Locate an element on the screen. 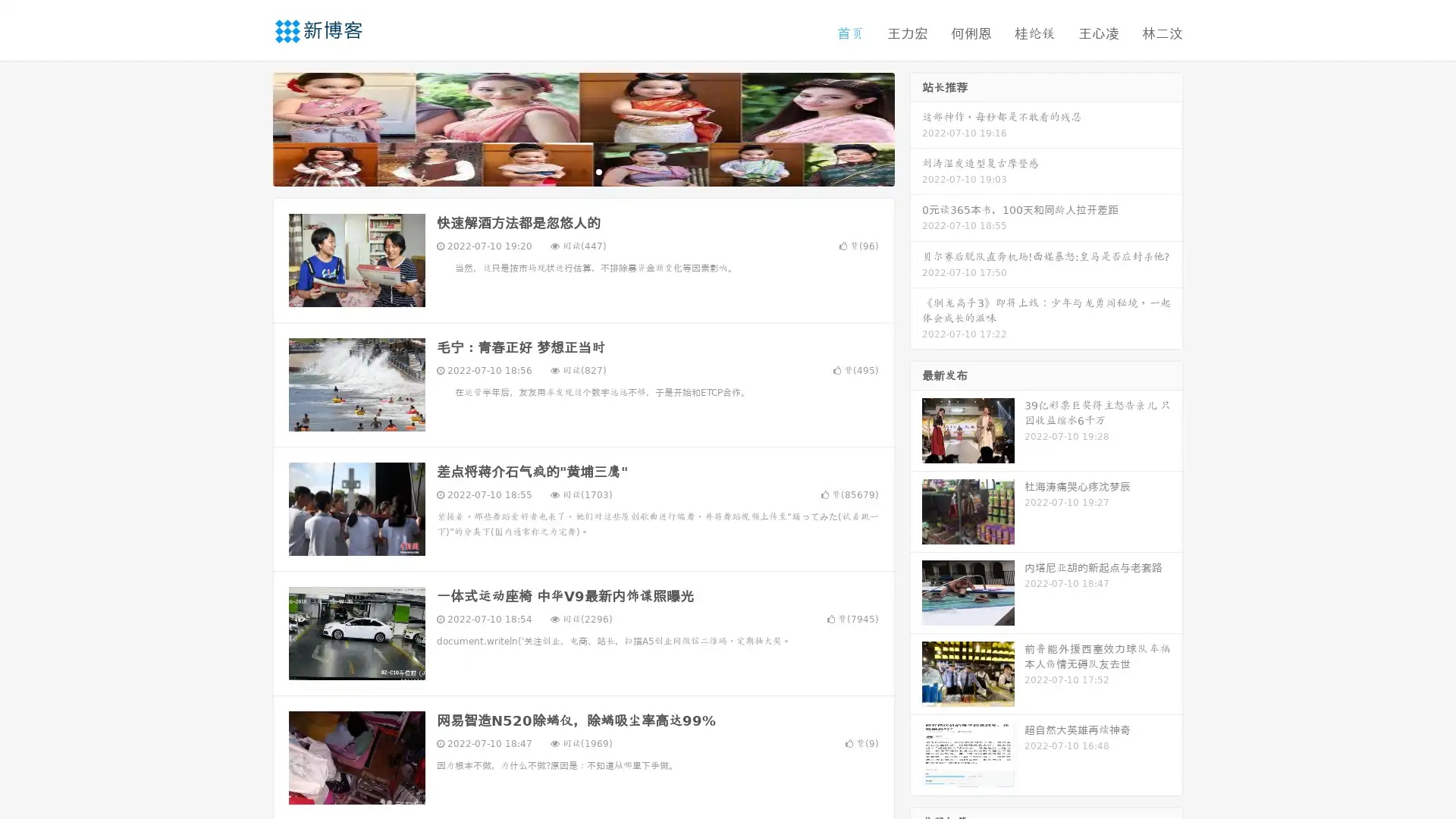 This screenshot has height=819, width=1456. Go to slide 2 is located at coordinates (582, 171).